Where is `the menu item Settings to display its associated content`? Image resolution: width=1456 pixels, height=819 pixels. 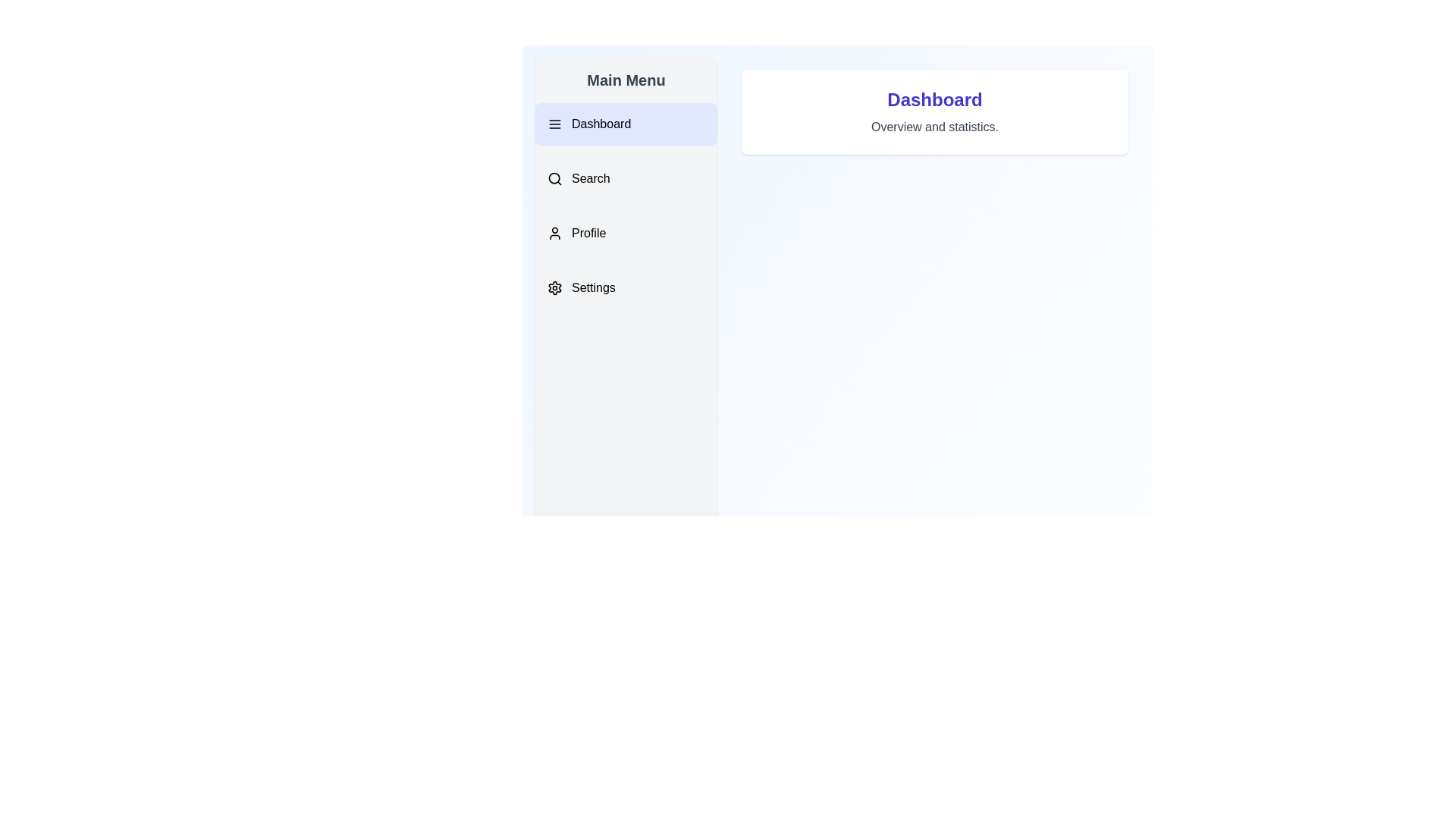
the menu item Settings to display its associated content is located at coordinates (626, 288).